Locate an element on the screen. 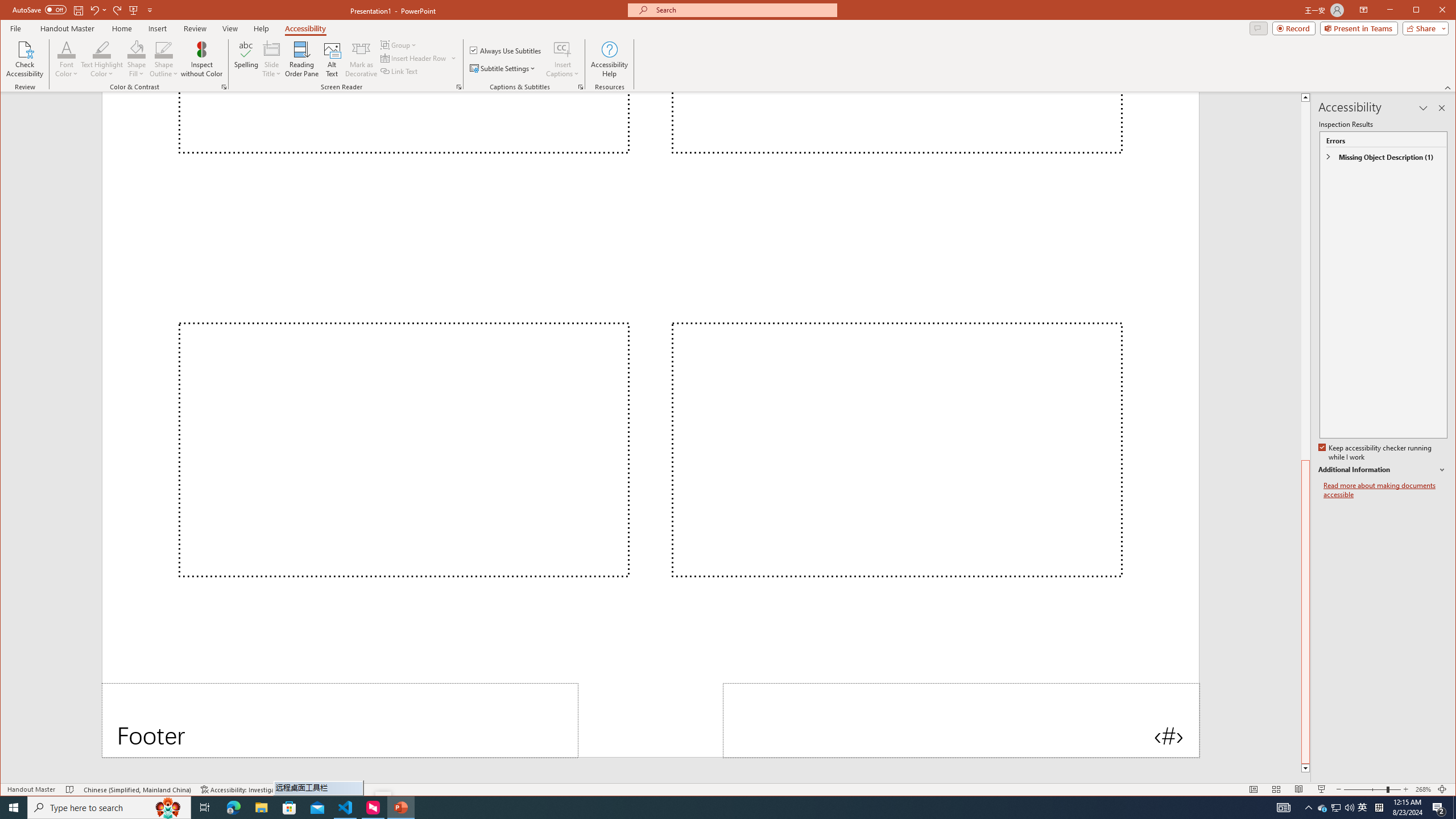 The image size is (1456, 819). 'Read more about making documents accessible' is located at coordinates (1384, 490).